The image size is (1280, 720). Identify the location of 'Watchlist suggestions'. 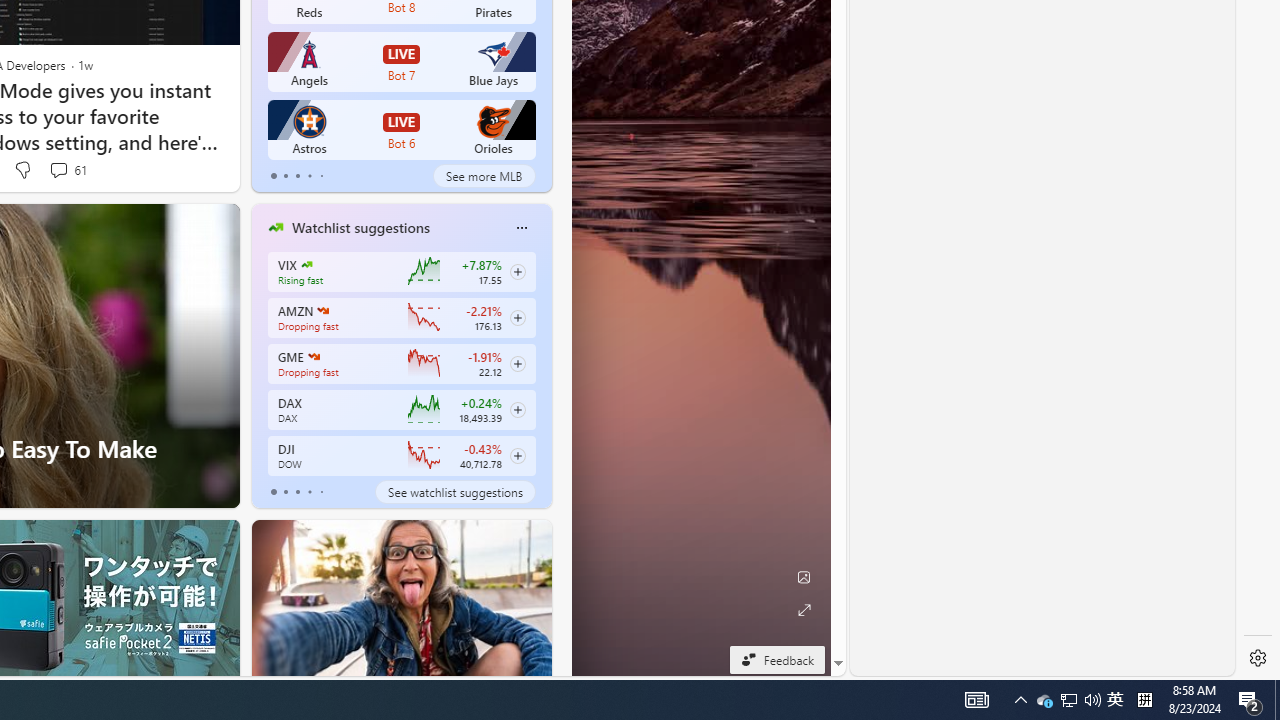
(360, 226).